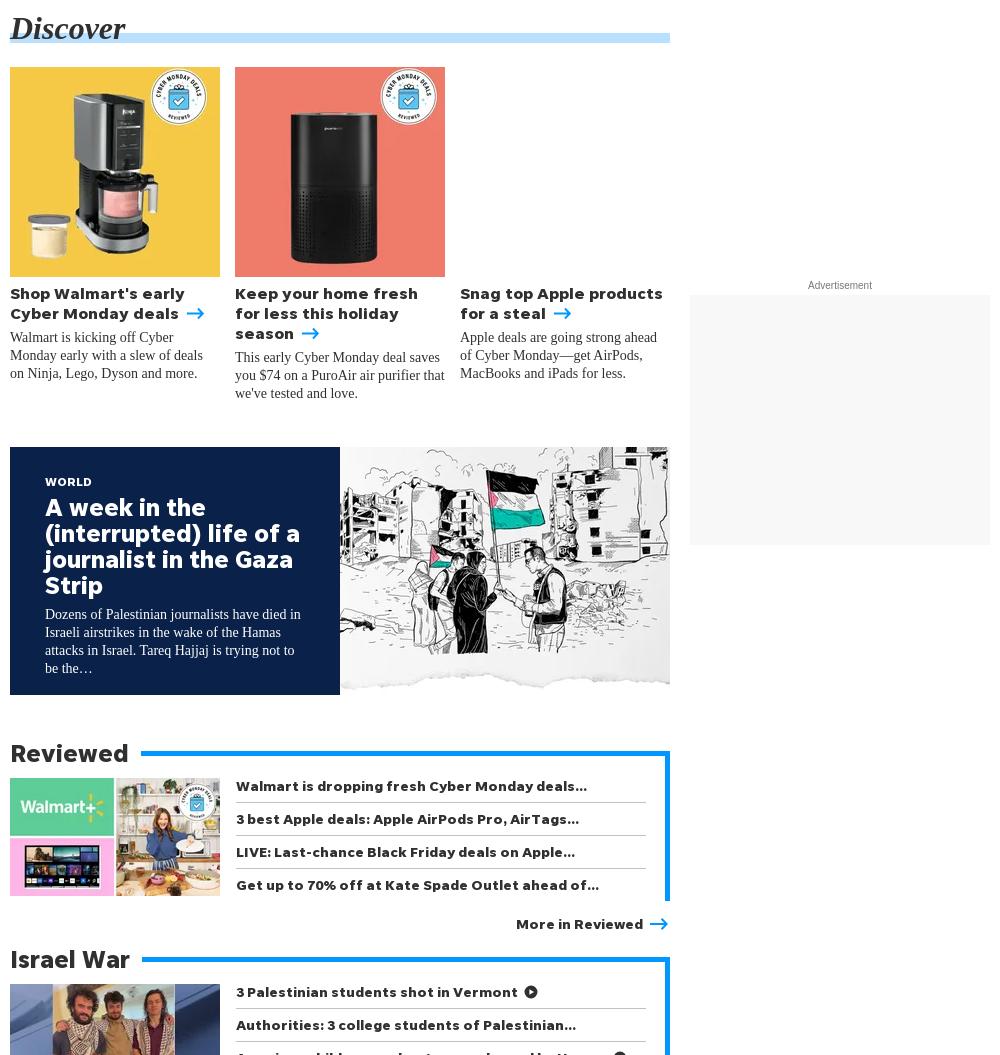 The width and height of the screenshot is (1000, 1055). What do you see at coordinates (325, 312) in the screenshot?
I see `'Keep your home fresh for less this holiday season'` at bounding box center [325, 312].